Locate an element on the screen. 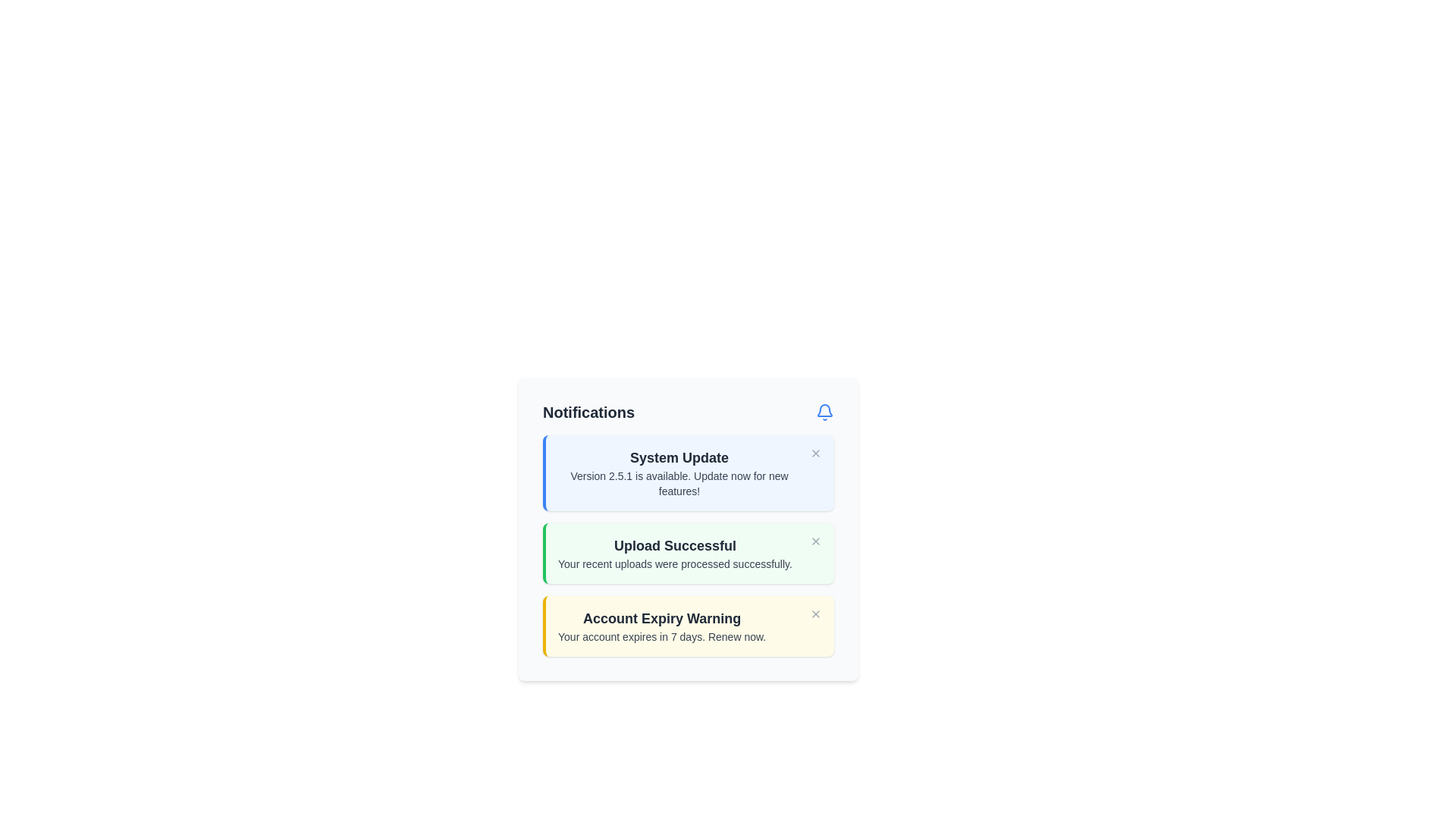  the Notification alert component that displays 'Upload Successful' with a light green background and contains a smaller message about recent uploads is located at coordinates (674, 553).